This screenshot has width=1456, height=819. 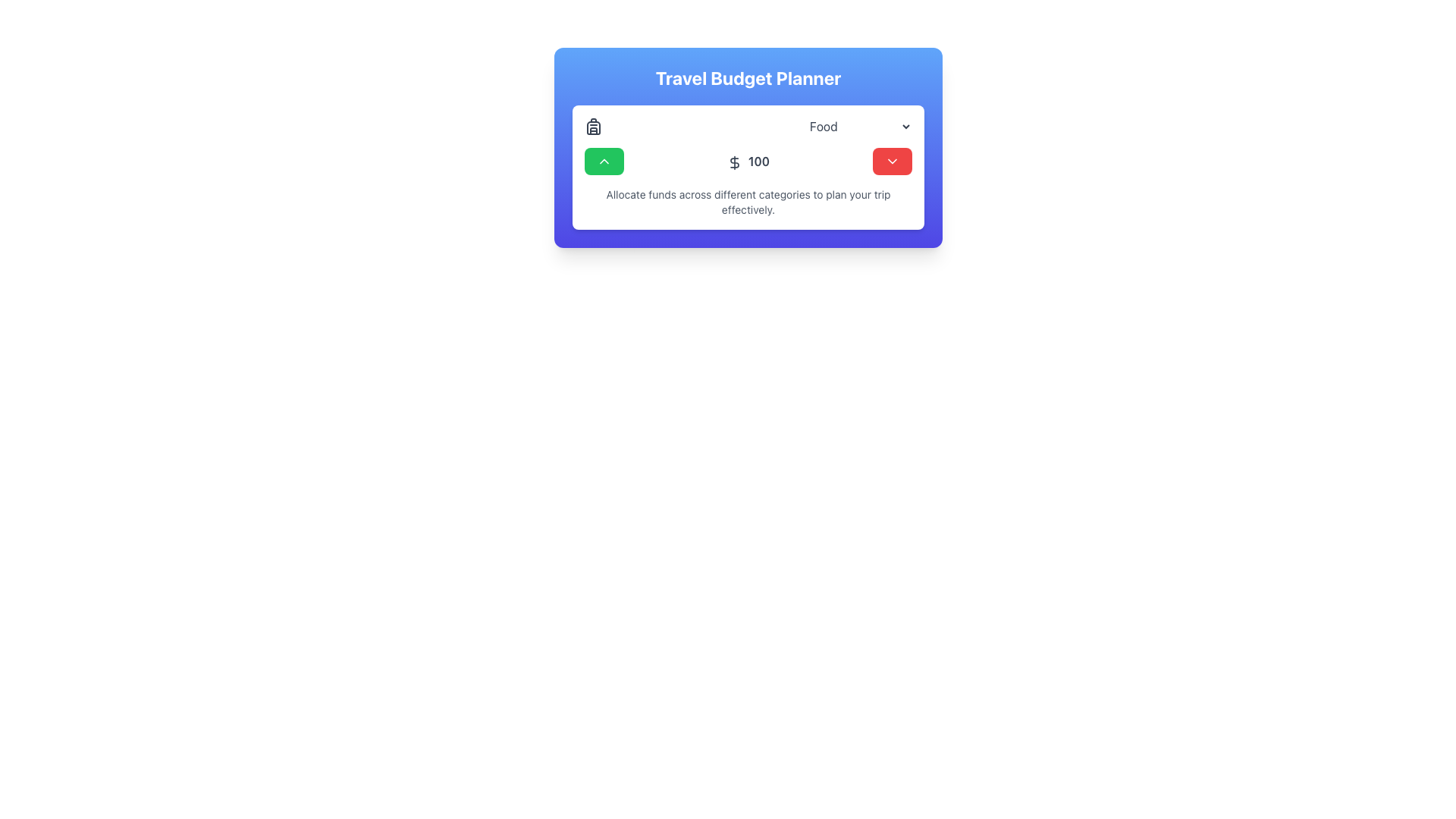 I want to click on an option from the active Dropdown menu displaying 'Food', 'Accommodation', 'Transport', and 'Recreation' located in the categorized budgeting section, so click(x=859, y=125).